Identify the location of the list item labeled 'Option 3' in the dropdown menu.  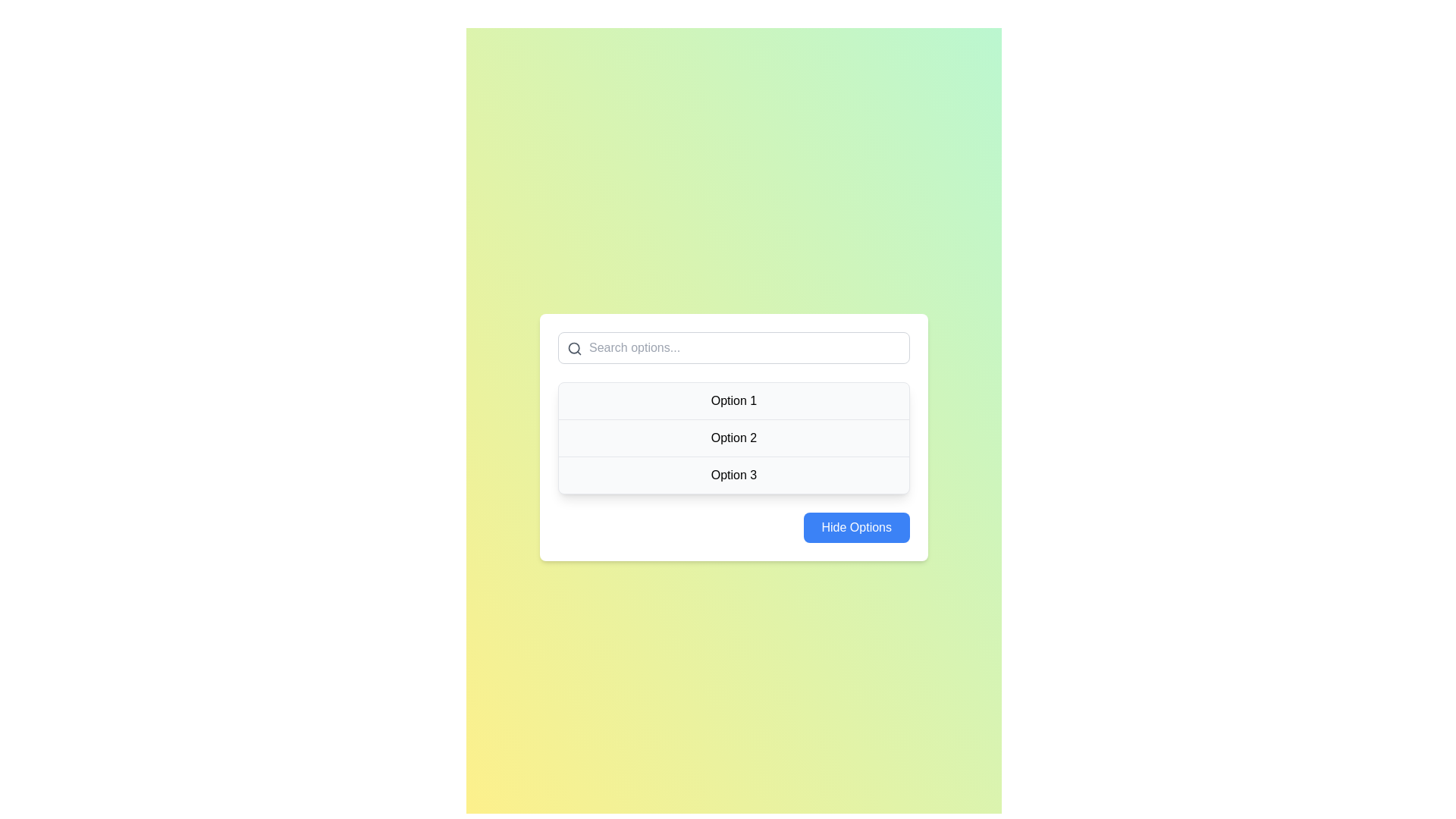
(734, 473).